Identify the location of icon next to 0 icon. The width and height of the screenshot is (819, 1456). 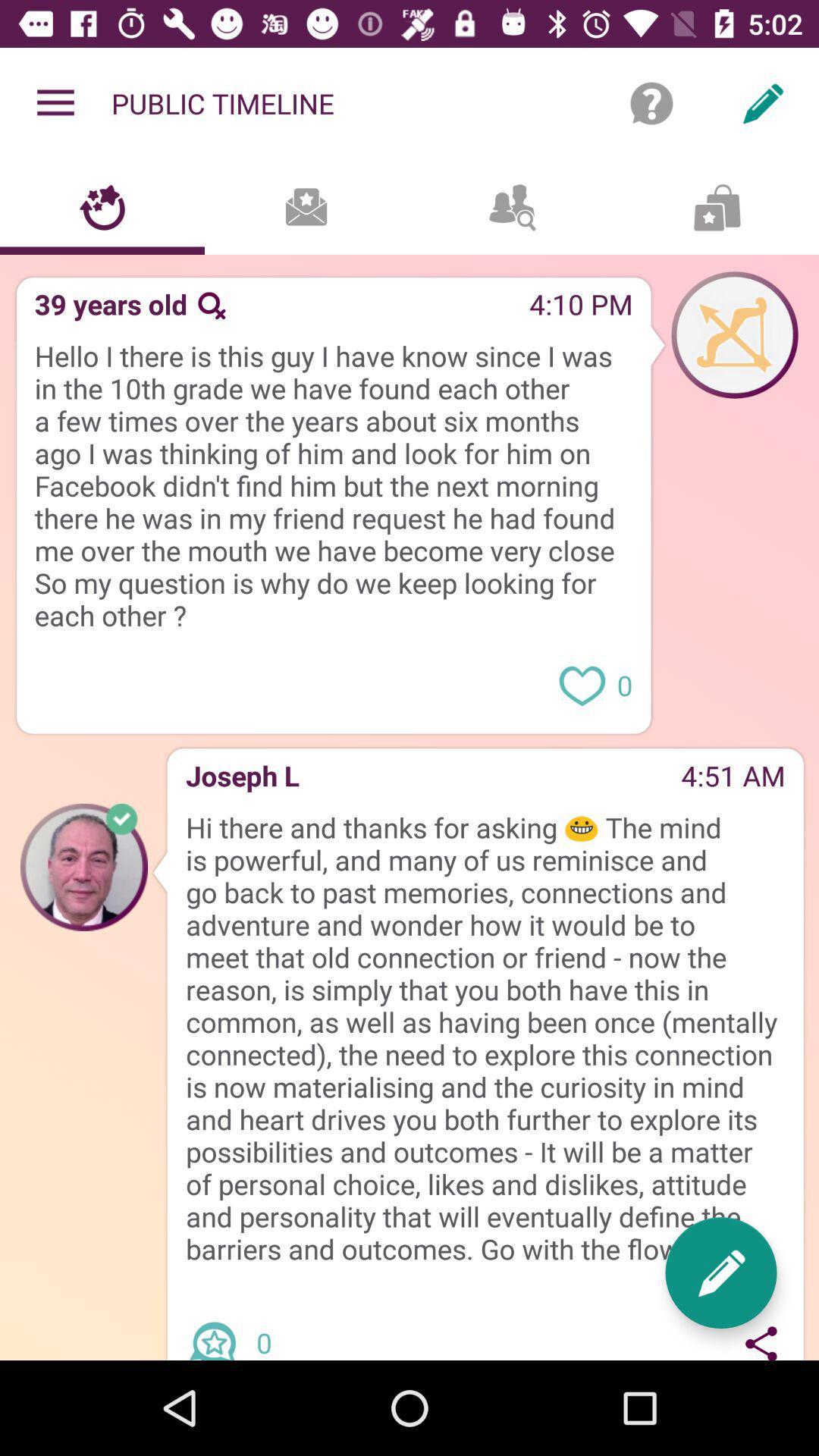
(720, 1272).